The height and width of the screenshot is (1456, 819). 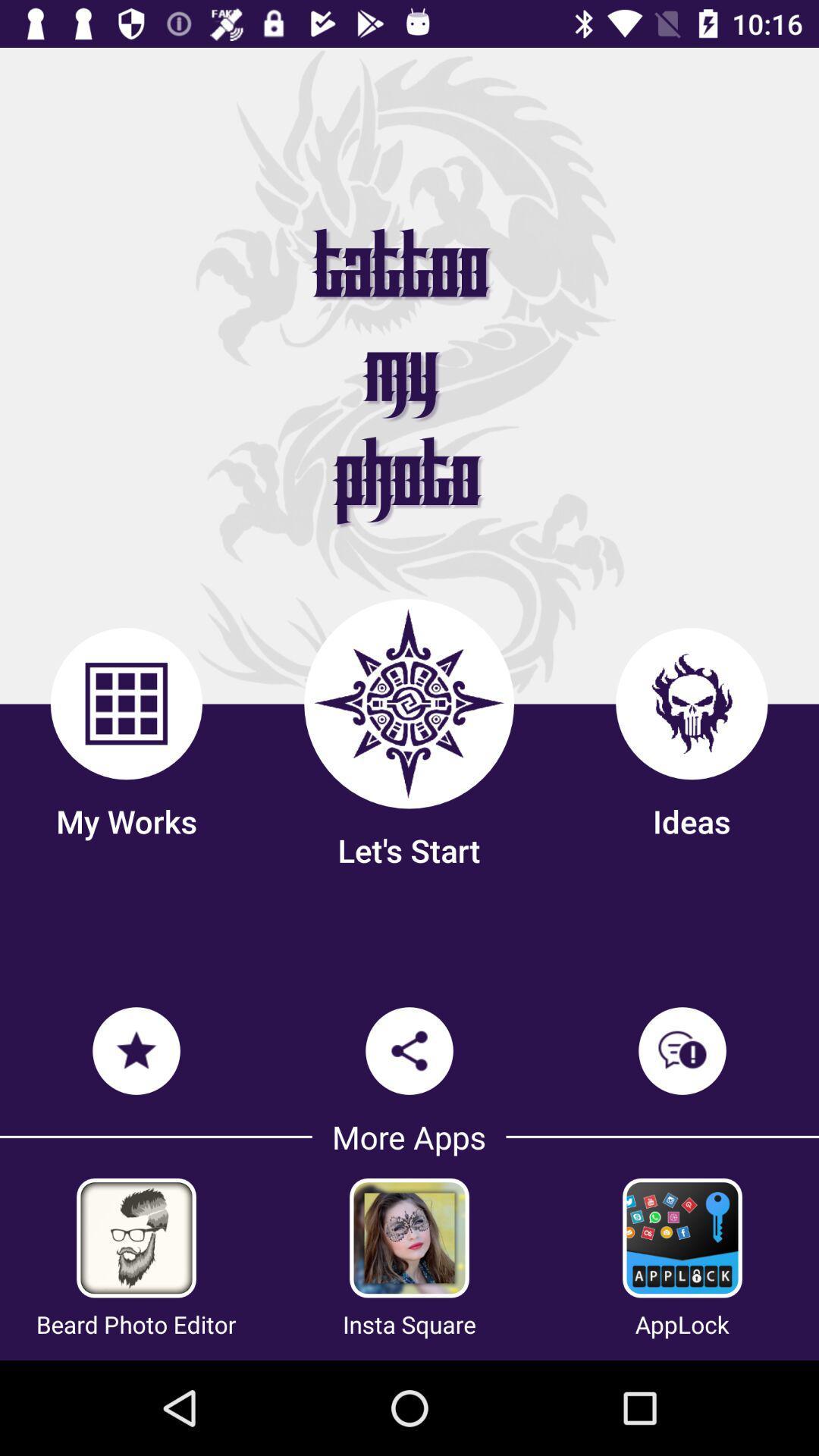 I want to click on item to the right of insta square, so click(x=681, y=1323).